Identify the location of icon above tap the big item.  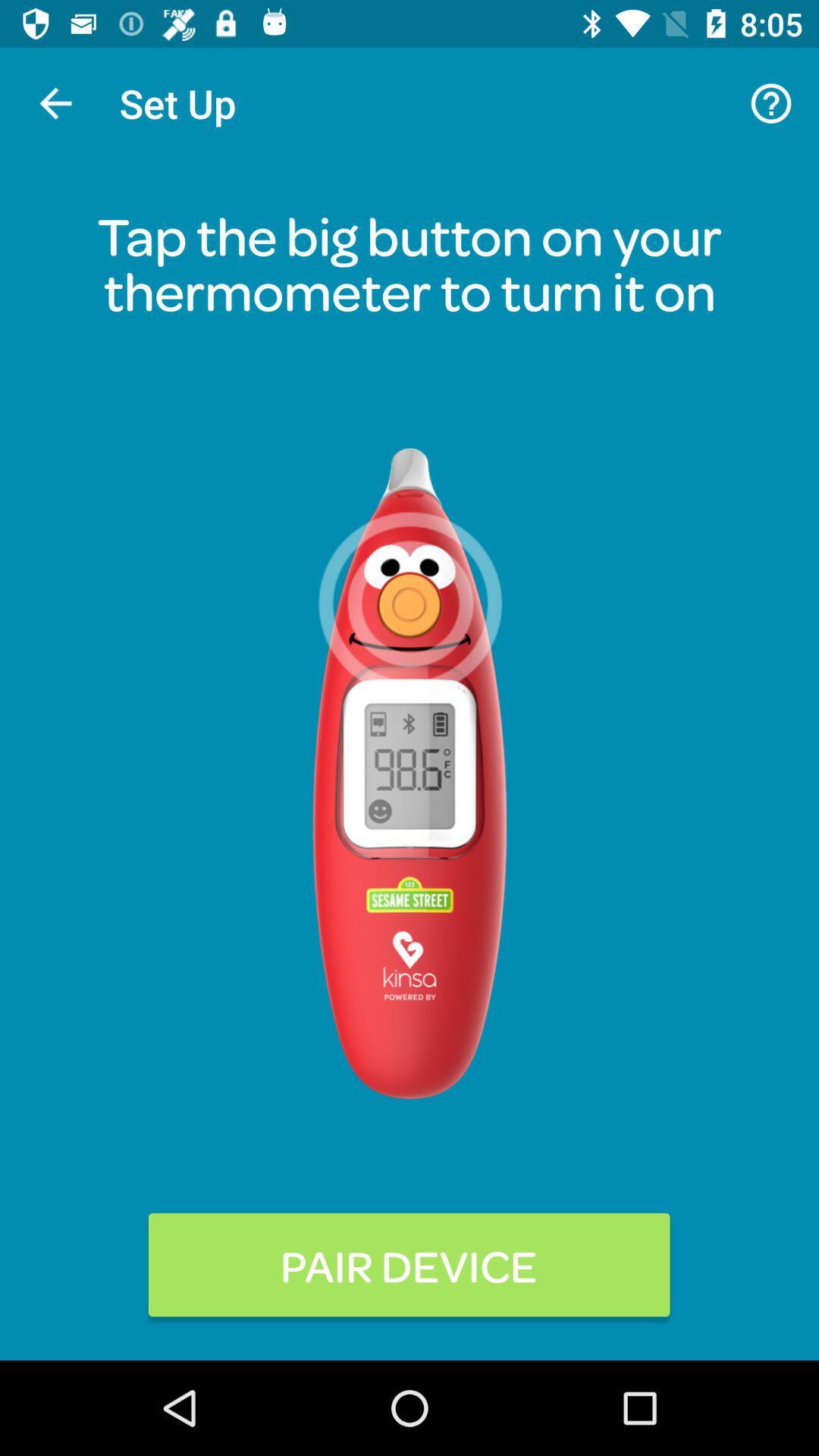
(55, 102).